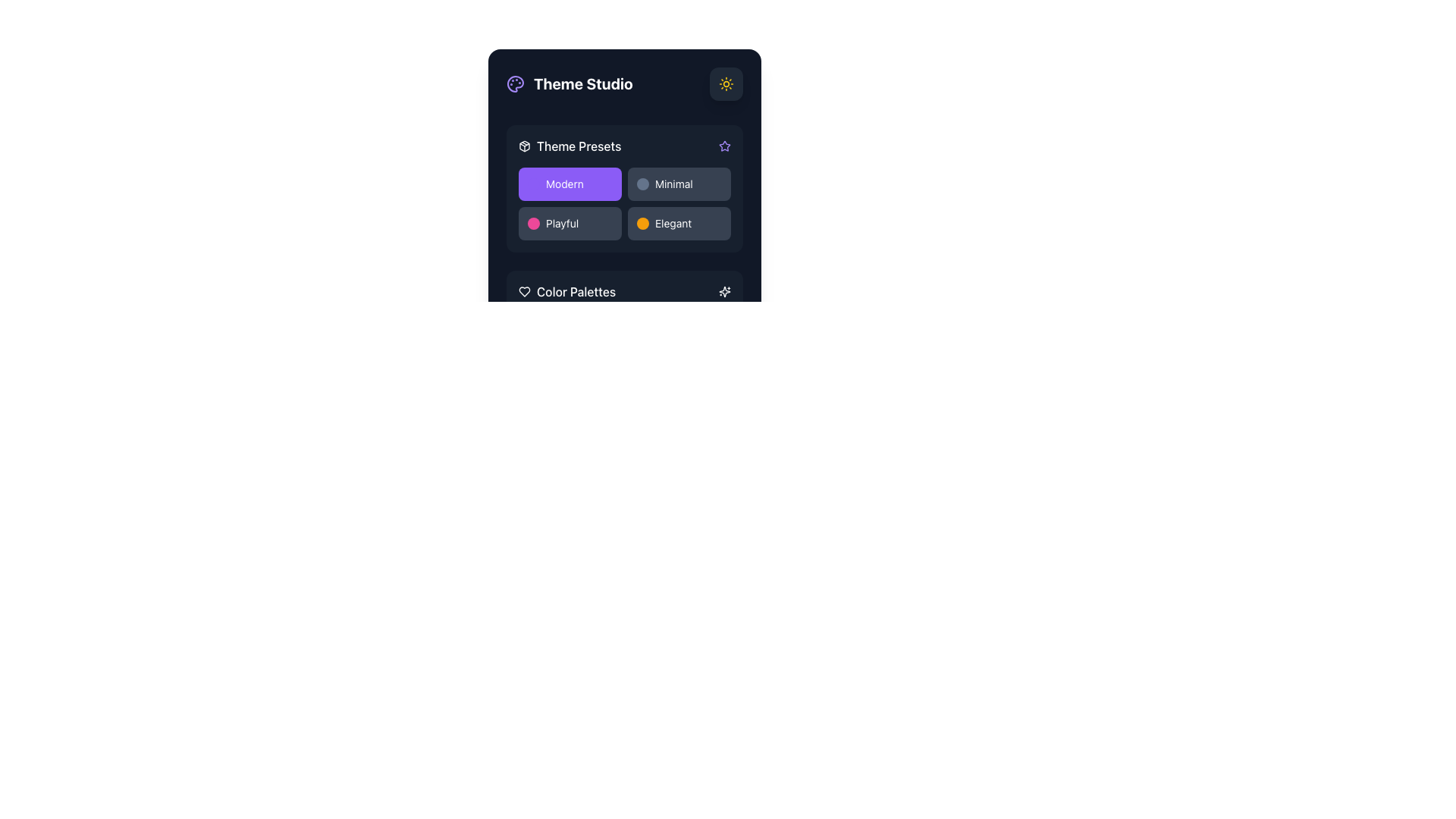 This screenshot has width=1456, height=819. What do you see at coordinates (679, 223) in the screenshot?
I see `the 'Elegant' button in the 'Theme Presets' section` at bounding box center [679, 223].